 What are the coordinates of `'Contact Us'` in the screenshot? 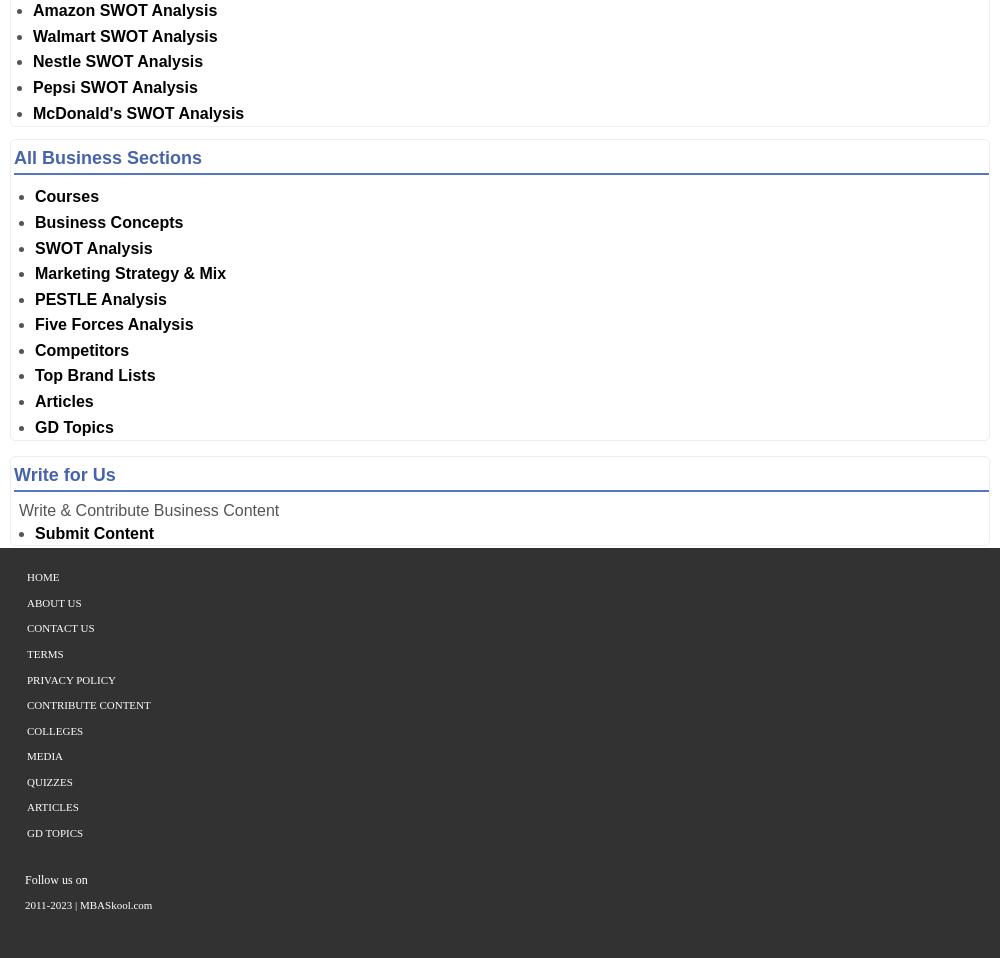 It's located at (60, 627).